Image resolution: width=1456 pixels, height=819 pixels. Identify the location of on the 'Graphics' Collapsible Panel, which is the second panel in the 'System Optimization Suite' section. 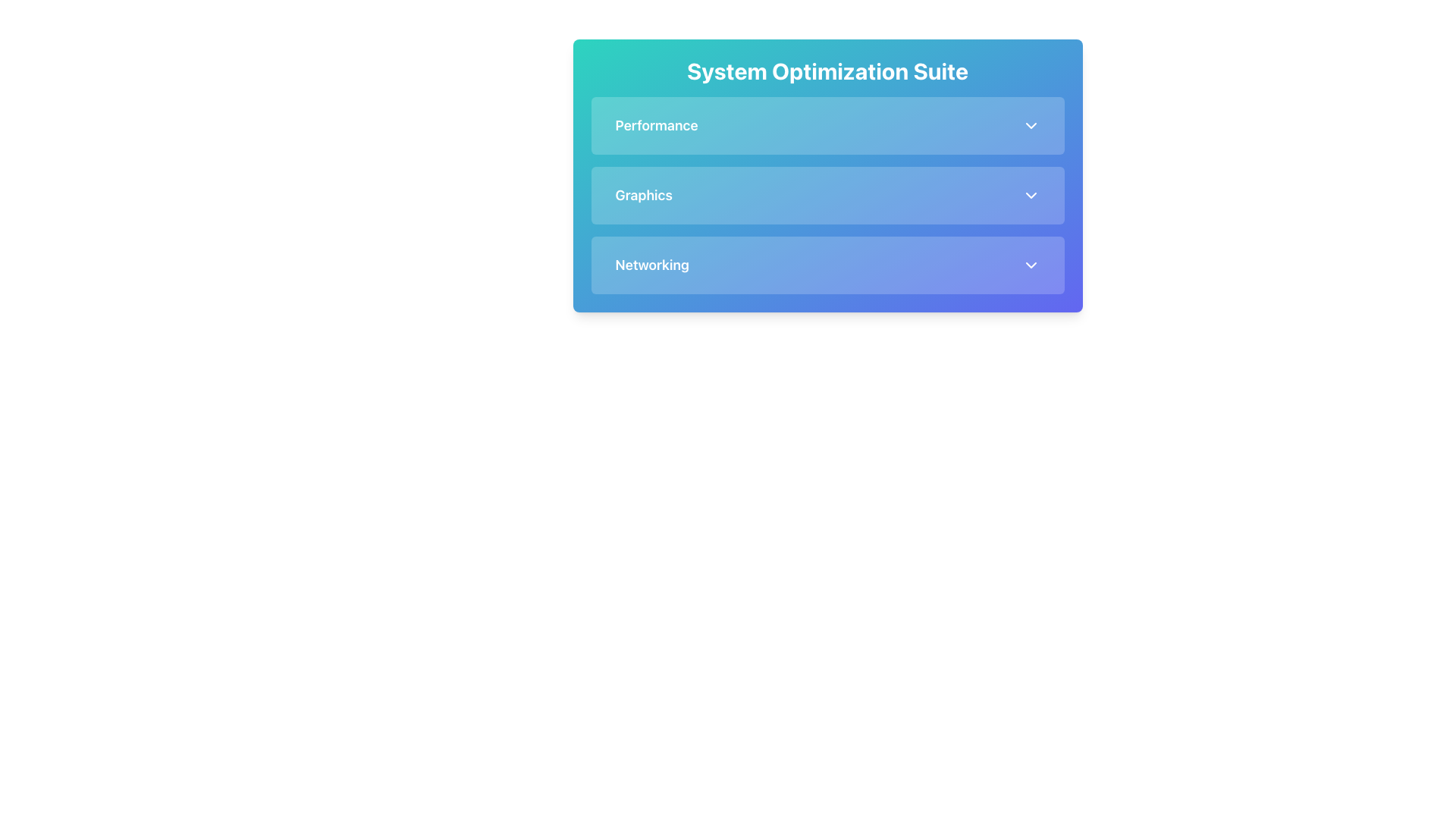
(827, 195).